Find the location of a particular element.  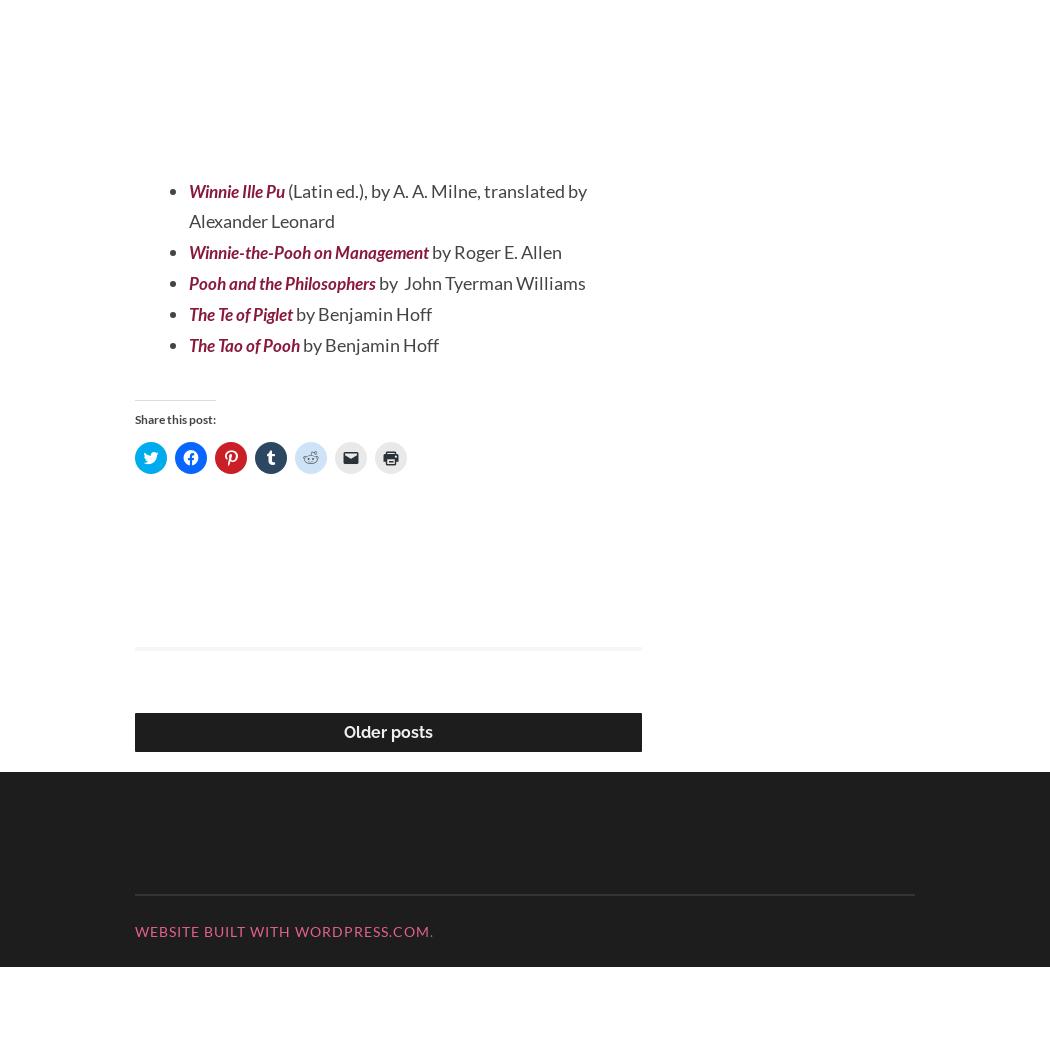

'Pooh and the Philosophers' is located at coordinates (188, 353).